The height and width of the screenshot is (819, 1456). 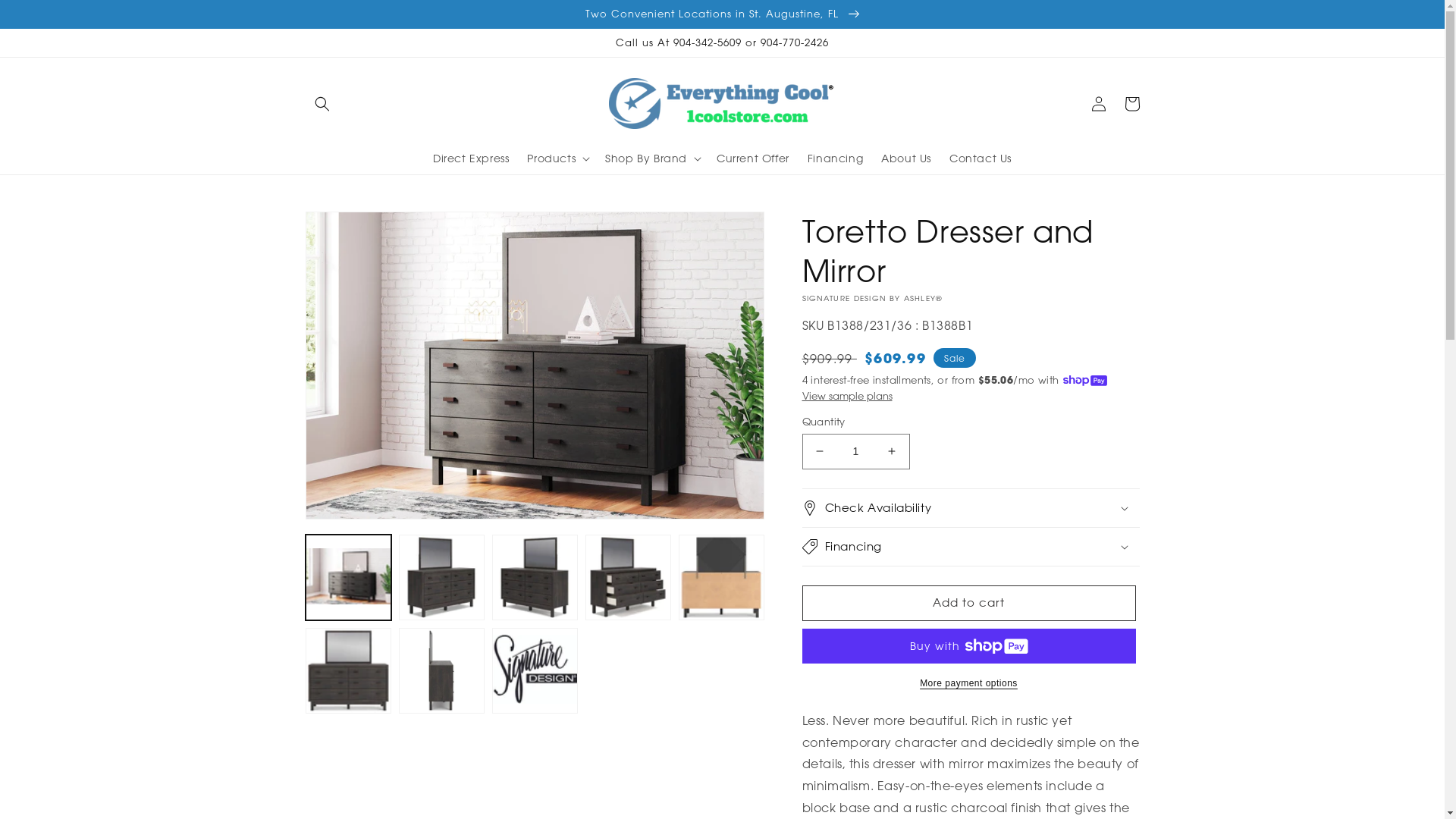 I want to click on 'Contact Us', so click(x=980, y=158).